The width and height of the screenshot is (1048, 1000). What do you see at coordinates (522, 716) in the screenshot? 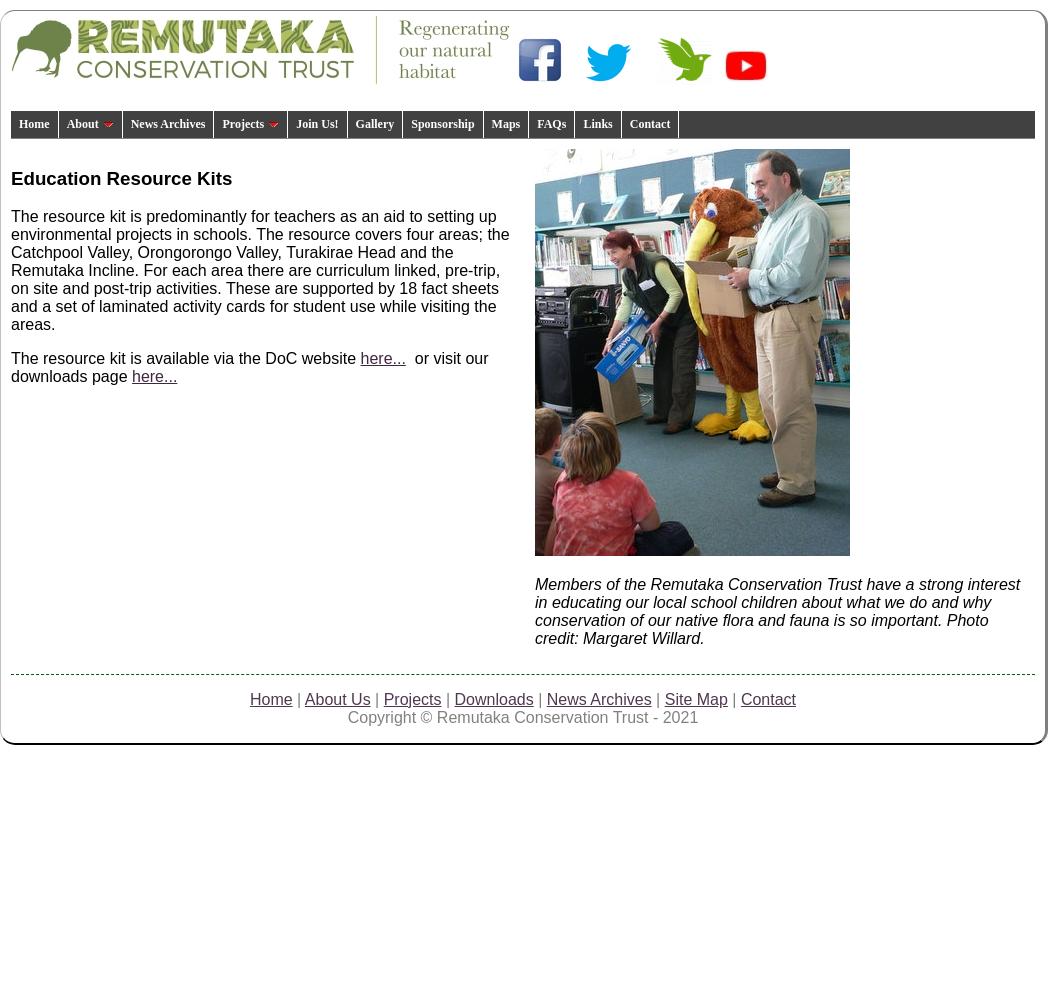
I see `'Copyright © Remutaka Conservation Trust - 2021'` at bounding box center [522, 716].